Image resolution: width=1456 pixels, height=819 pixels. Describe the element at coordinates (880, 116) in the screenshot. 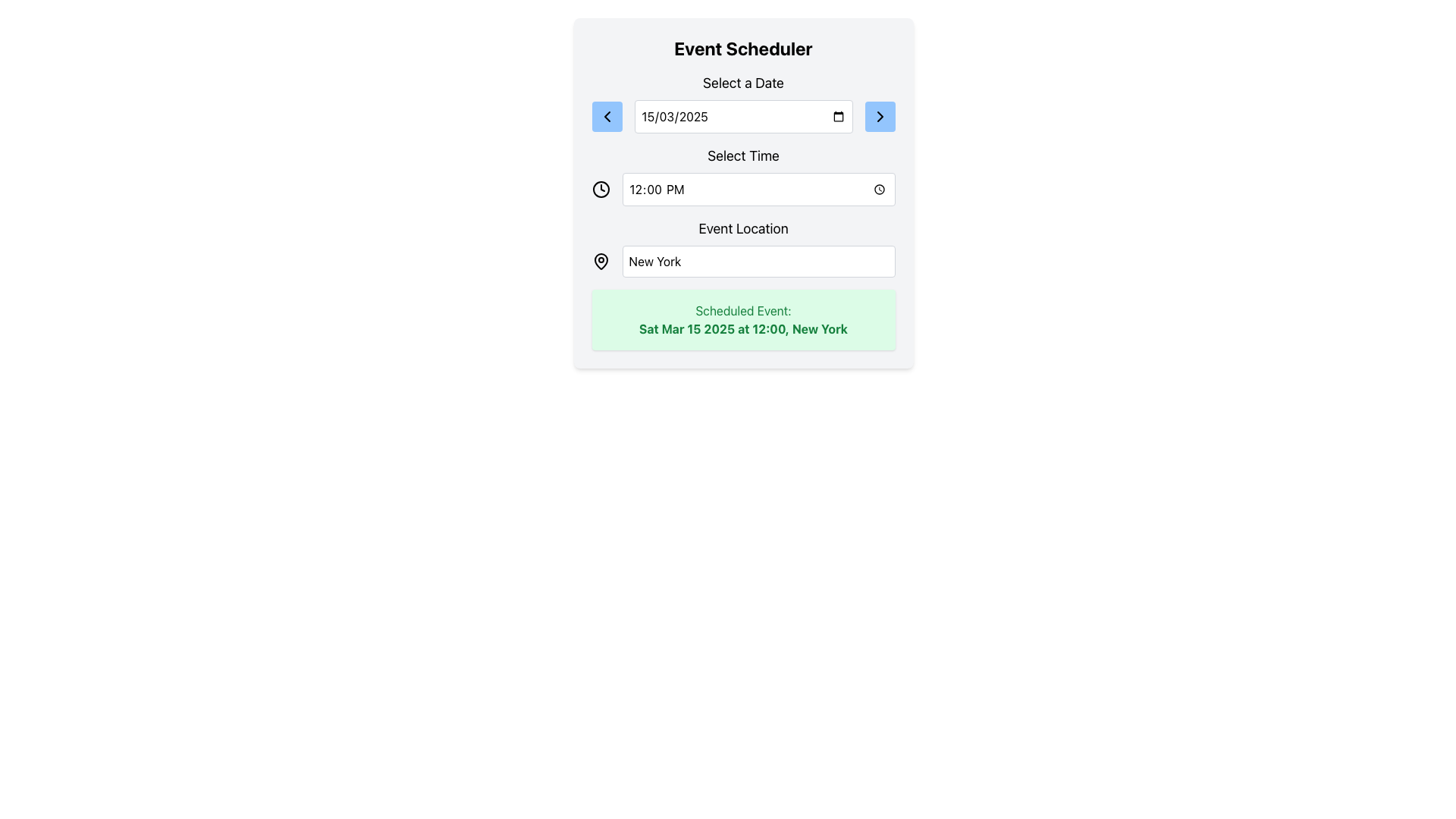

I see `the right-pointing arrow icon, which is a minimalistic vector icon located to the right of the 'Select a Date' input box` at that location.